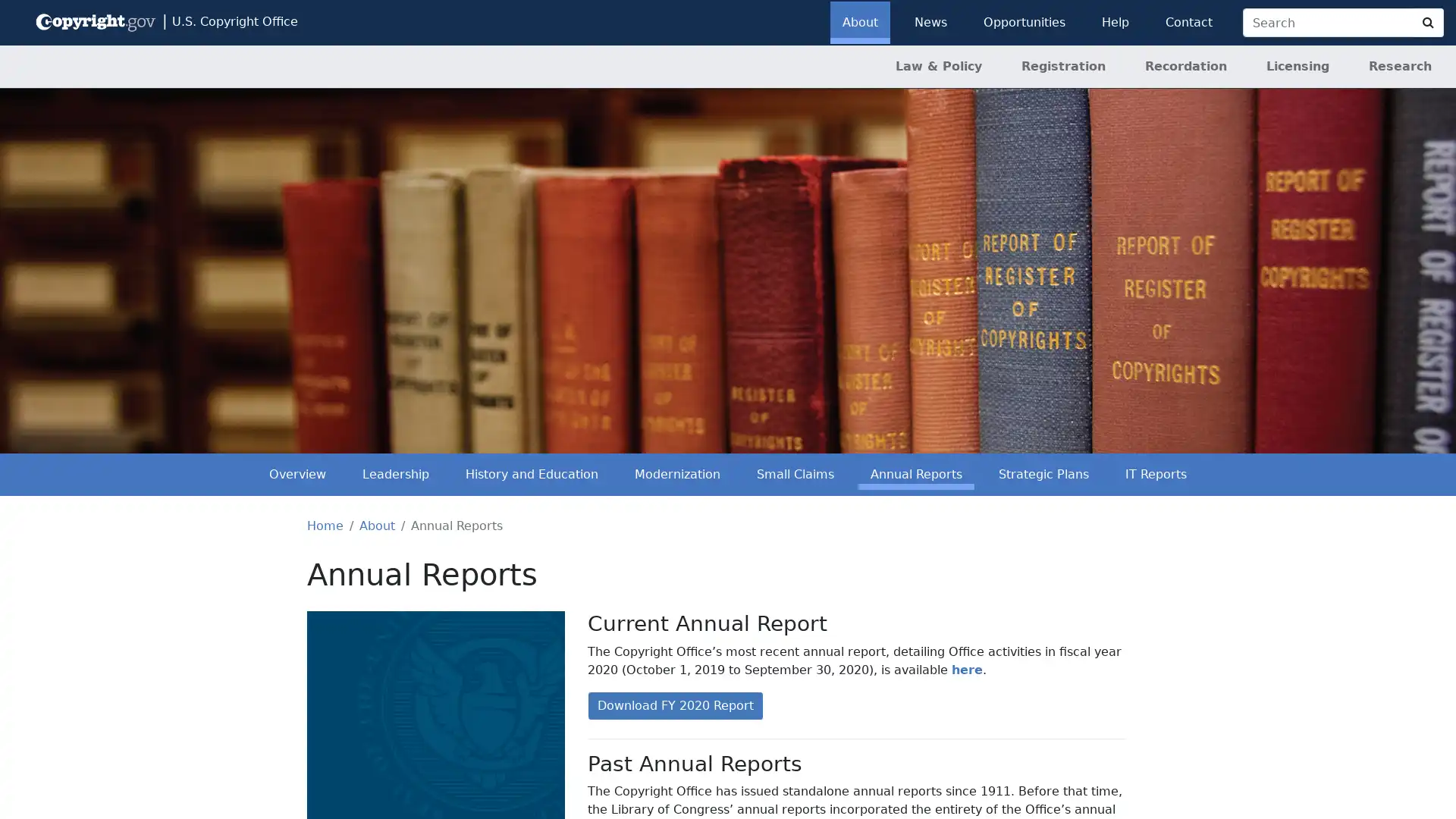 The width and height of the screenshot is (1456, 819). Describe the element at coordinates (1427, 23) in the screenshot. I see `Search Copyright.gov` at that location.